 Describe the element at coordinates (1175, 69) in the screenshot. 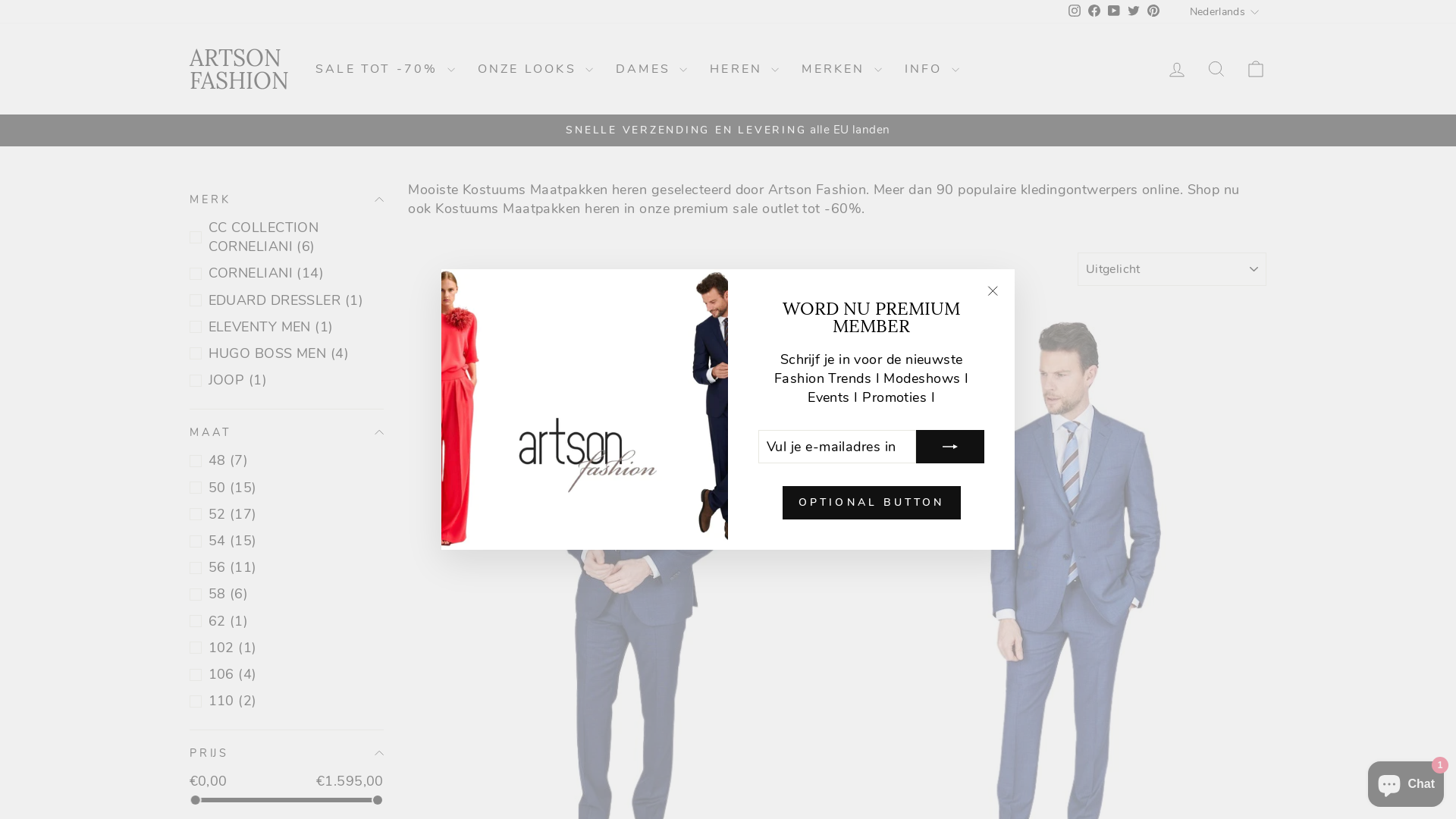

I see `'ACCOUNT` at that location.